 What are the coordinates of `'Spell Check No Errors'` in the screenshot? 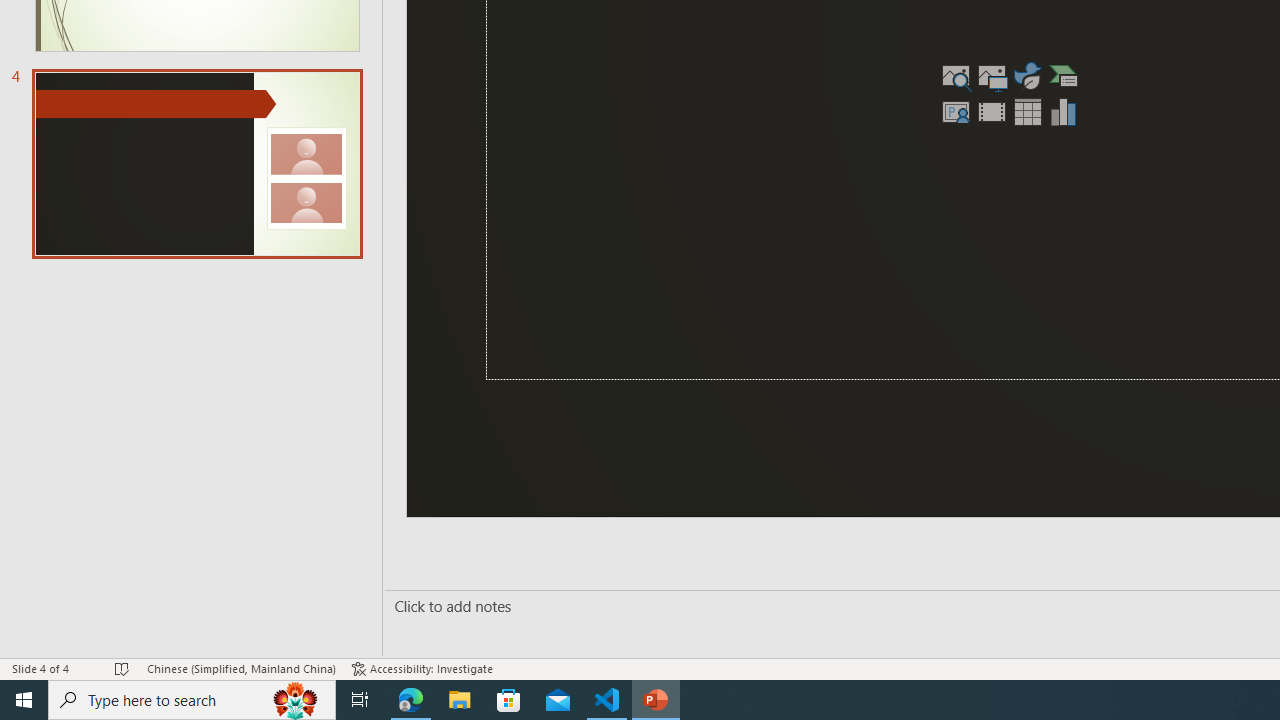 It's located at (122, 669).